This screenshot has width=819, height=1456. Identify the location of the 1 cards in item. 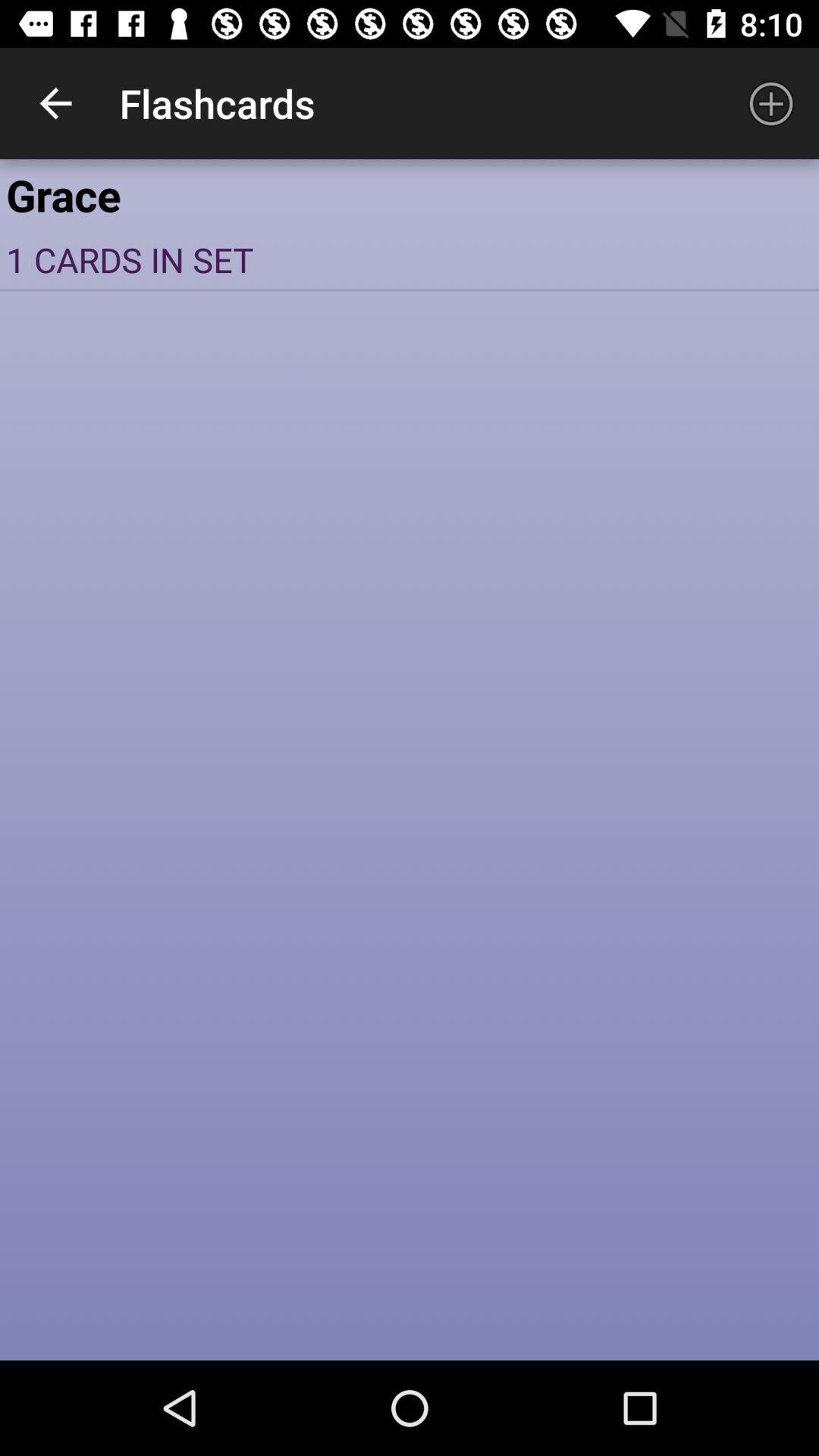
(409, 259).